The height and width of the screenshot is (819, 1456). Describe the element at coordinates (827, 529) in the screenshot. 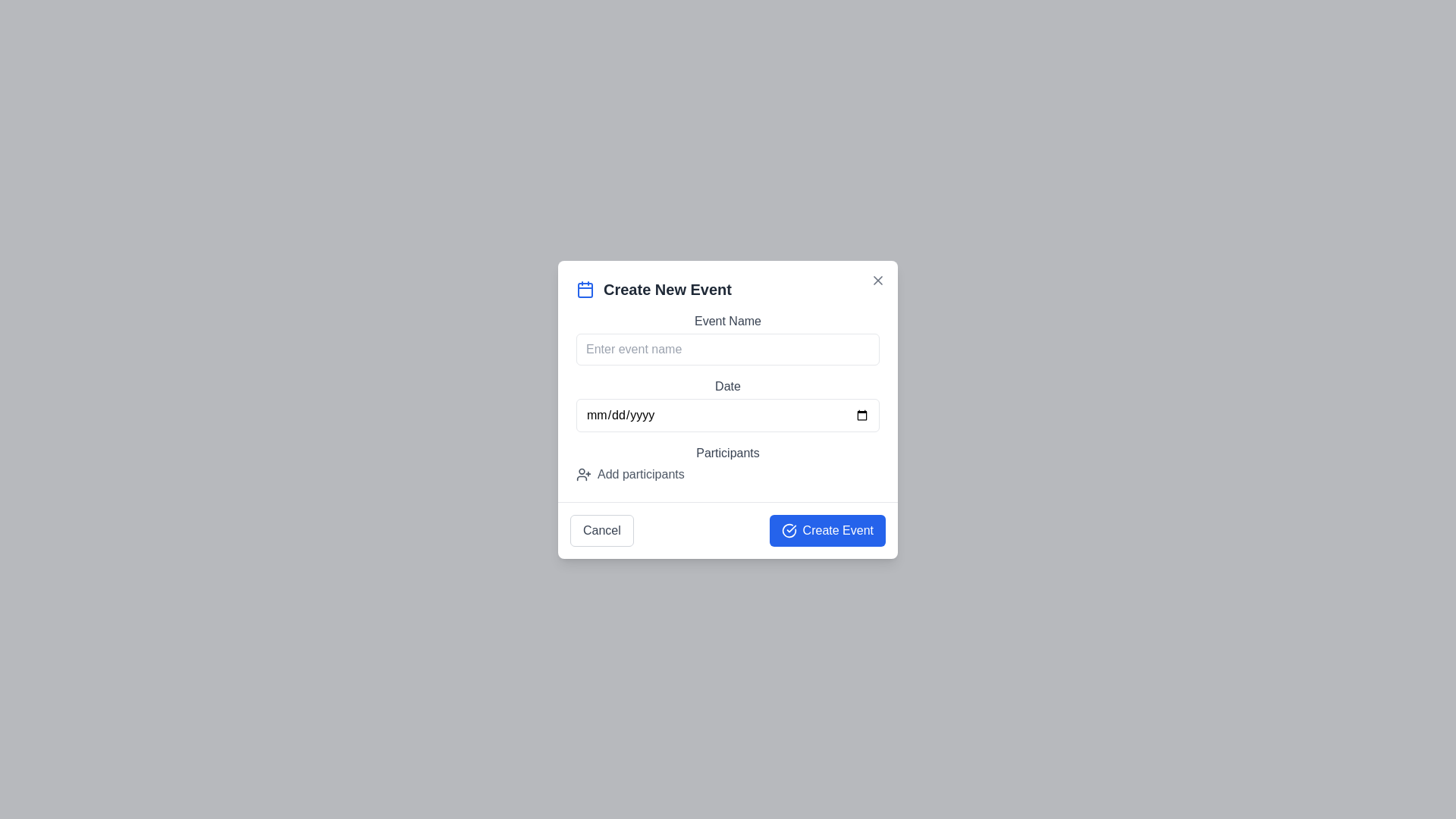

I see `the confirm button located at the bottom-right corner of the modal dialog` at that location.